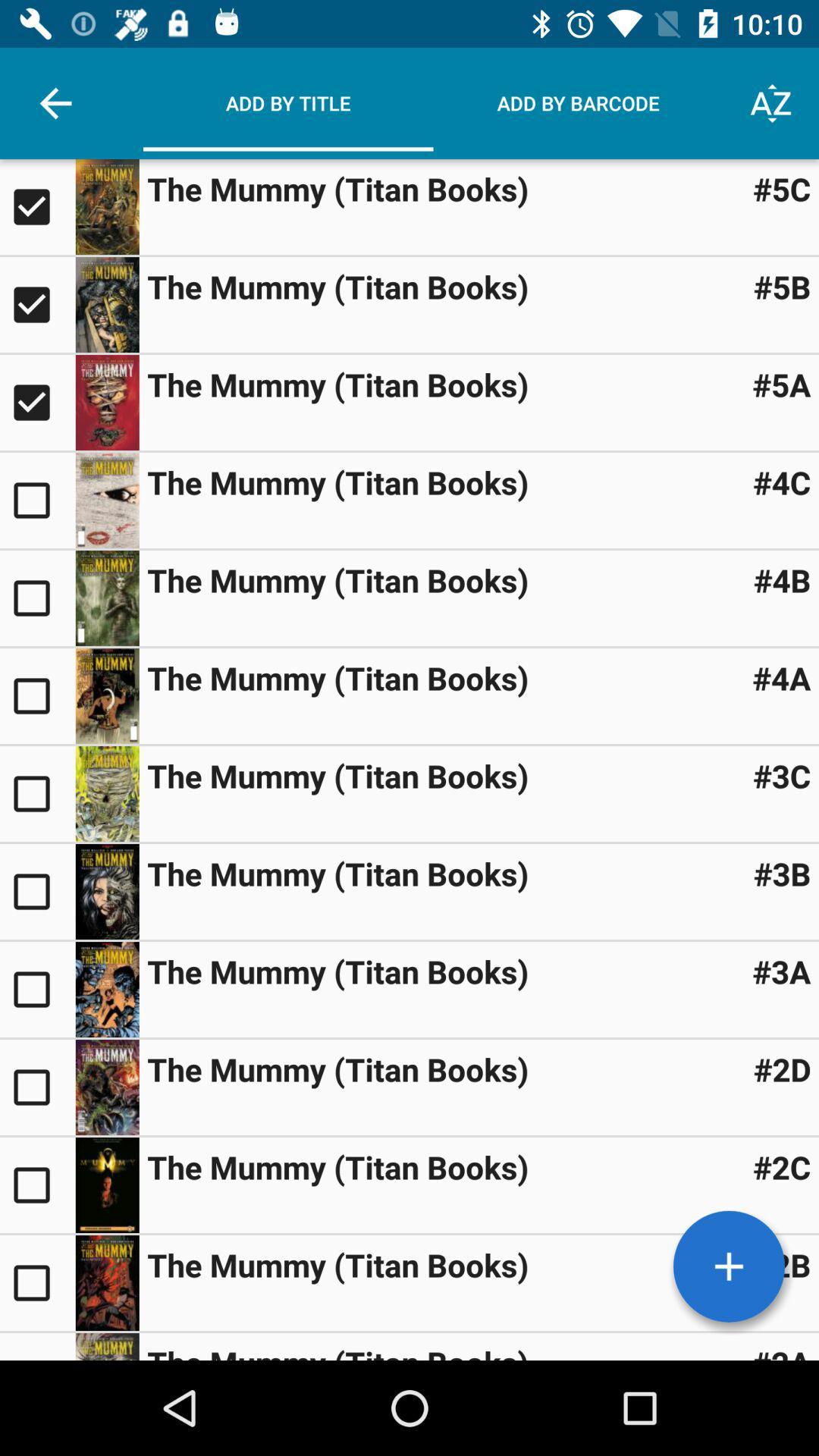 The image size is (819, 1456). I want to click on a certain book, so click(106, 792).